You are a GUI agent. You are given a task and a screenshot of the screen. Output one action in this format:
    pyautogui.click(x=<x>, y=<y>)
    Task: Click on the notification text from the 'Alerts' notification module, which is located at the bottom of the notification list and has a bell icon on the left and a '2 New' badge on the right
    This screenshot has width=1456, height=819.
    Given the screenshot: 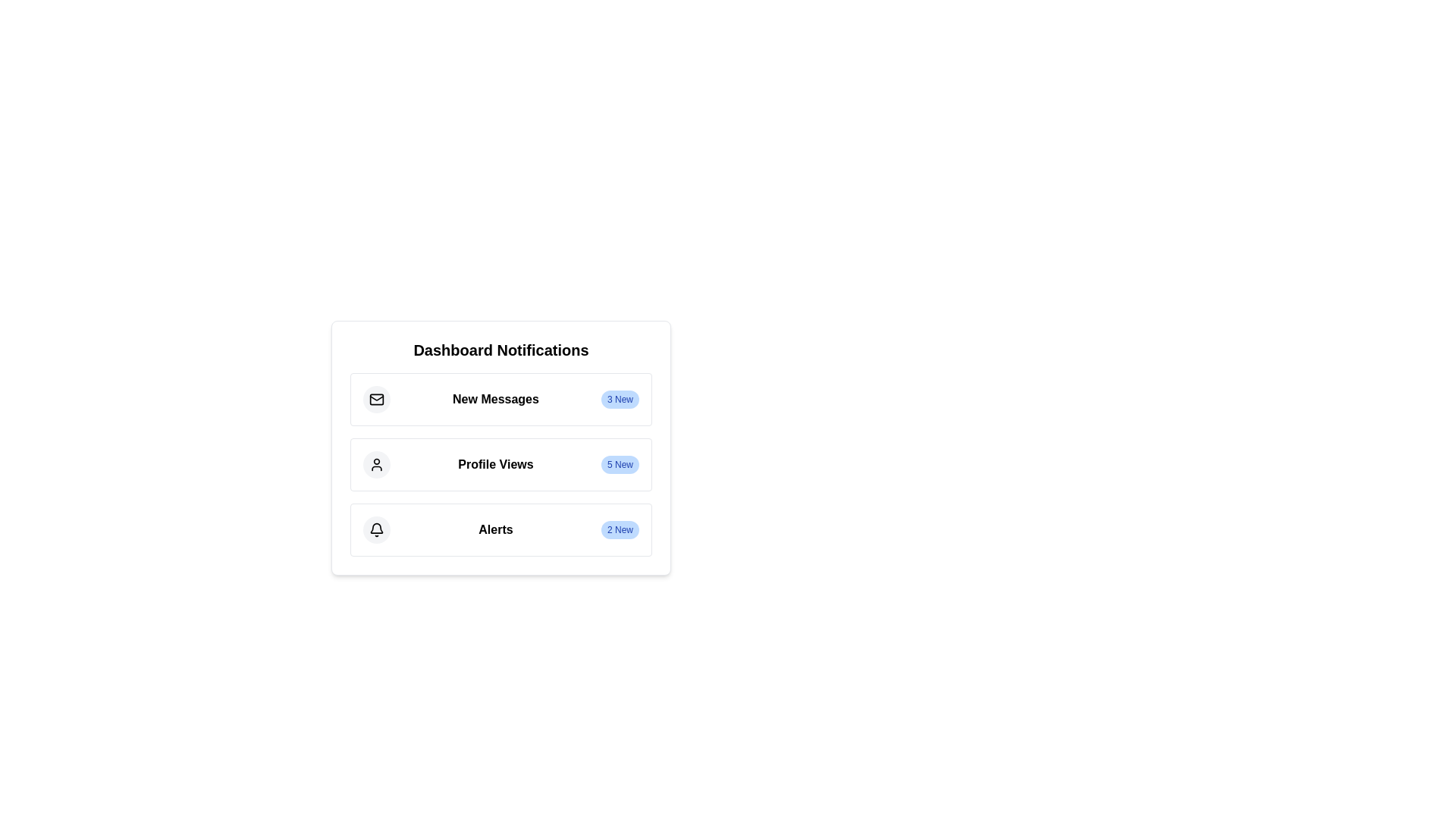 What is the action you would take?
    pyautogui.click(x=501, y=529)
    